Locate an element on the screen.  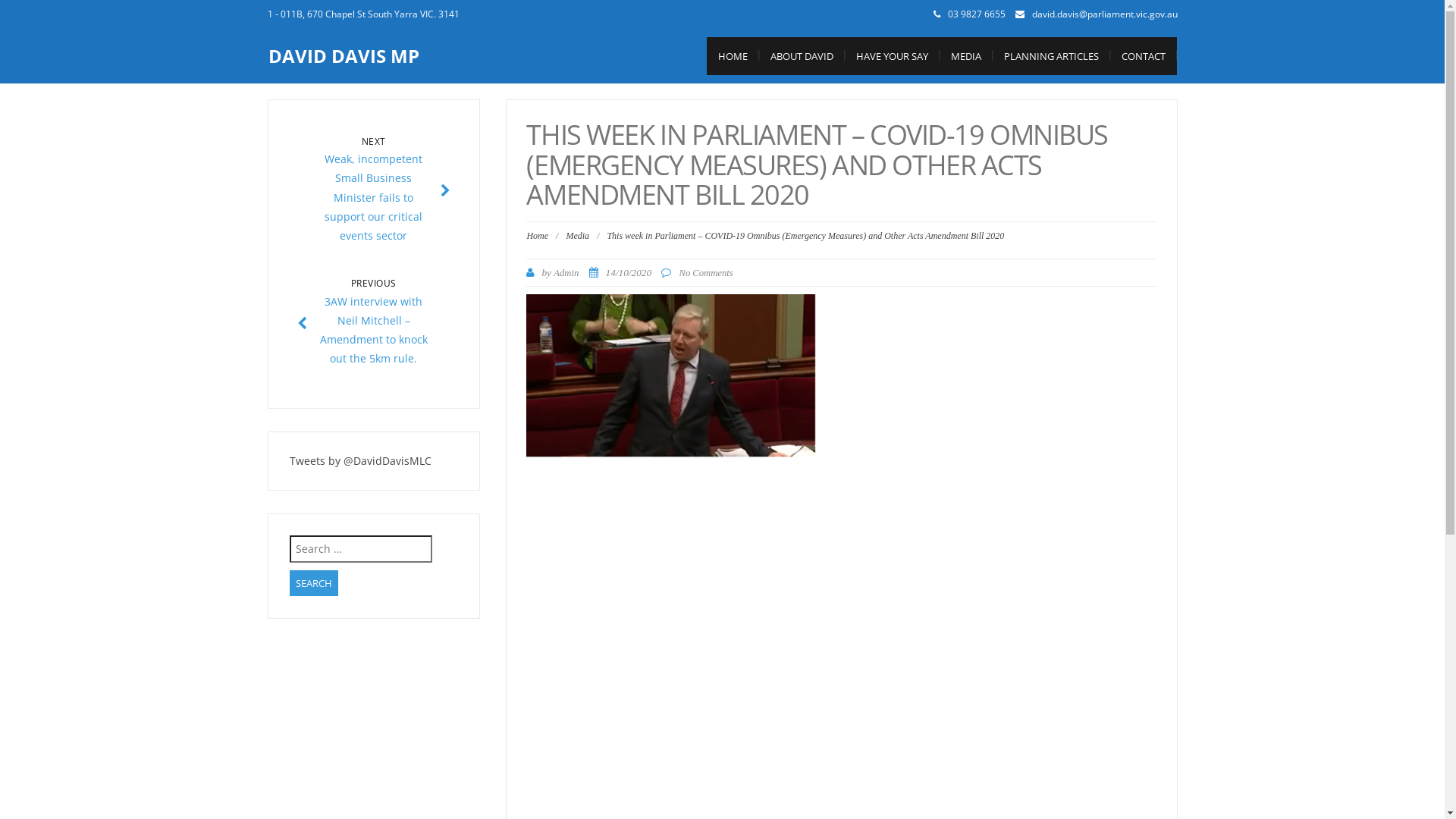
'Media' is located at coordinates (576, 236).